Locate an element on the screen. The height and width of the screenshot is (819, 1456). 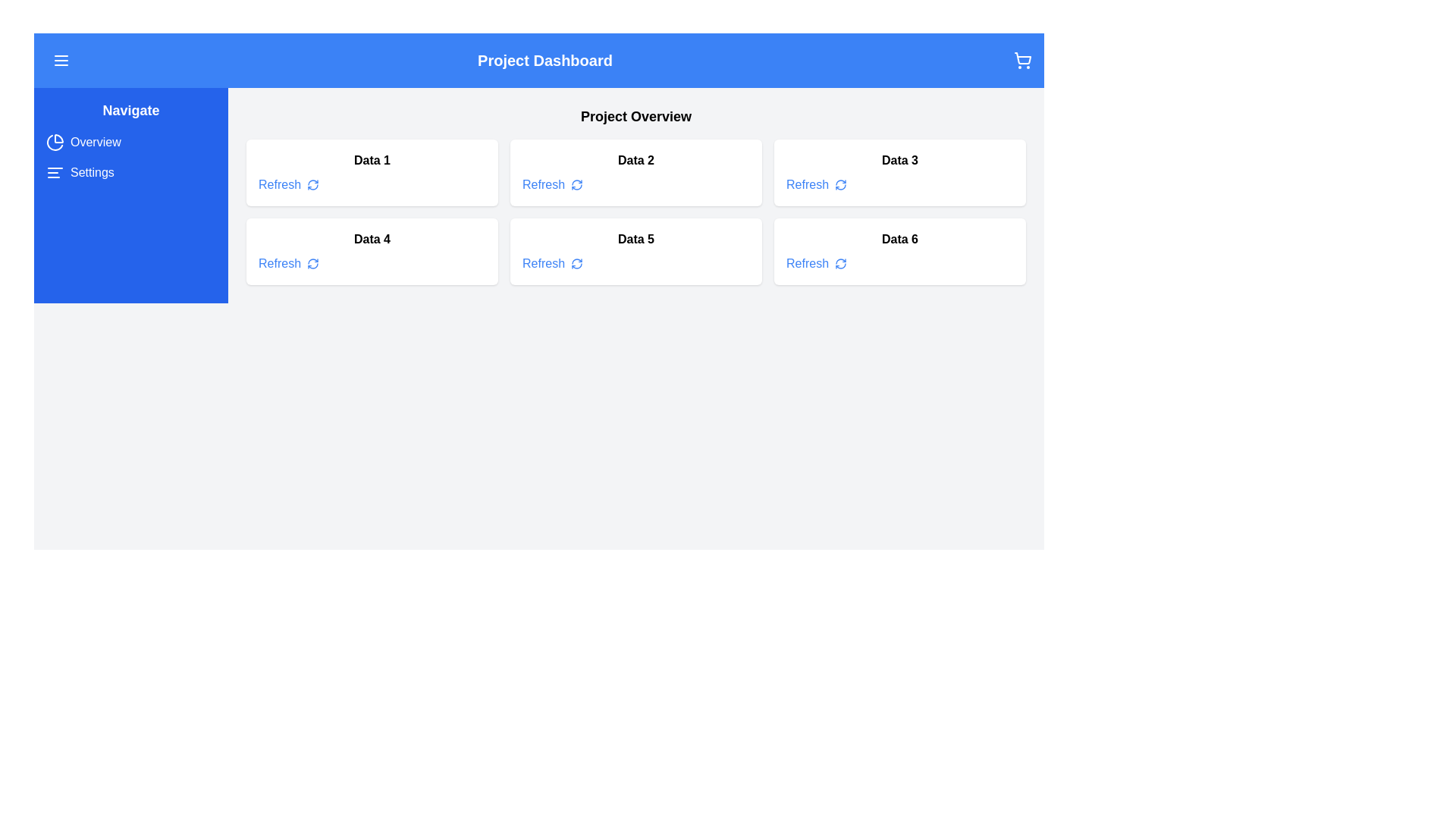
the Sidebar navigation panel is located at coordinates (130, 195).